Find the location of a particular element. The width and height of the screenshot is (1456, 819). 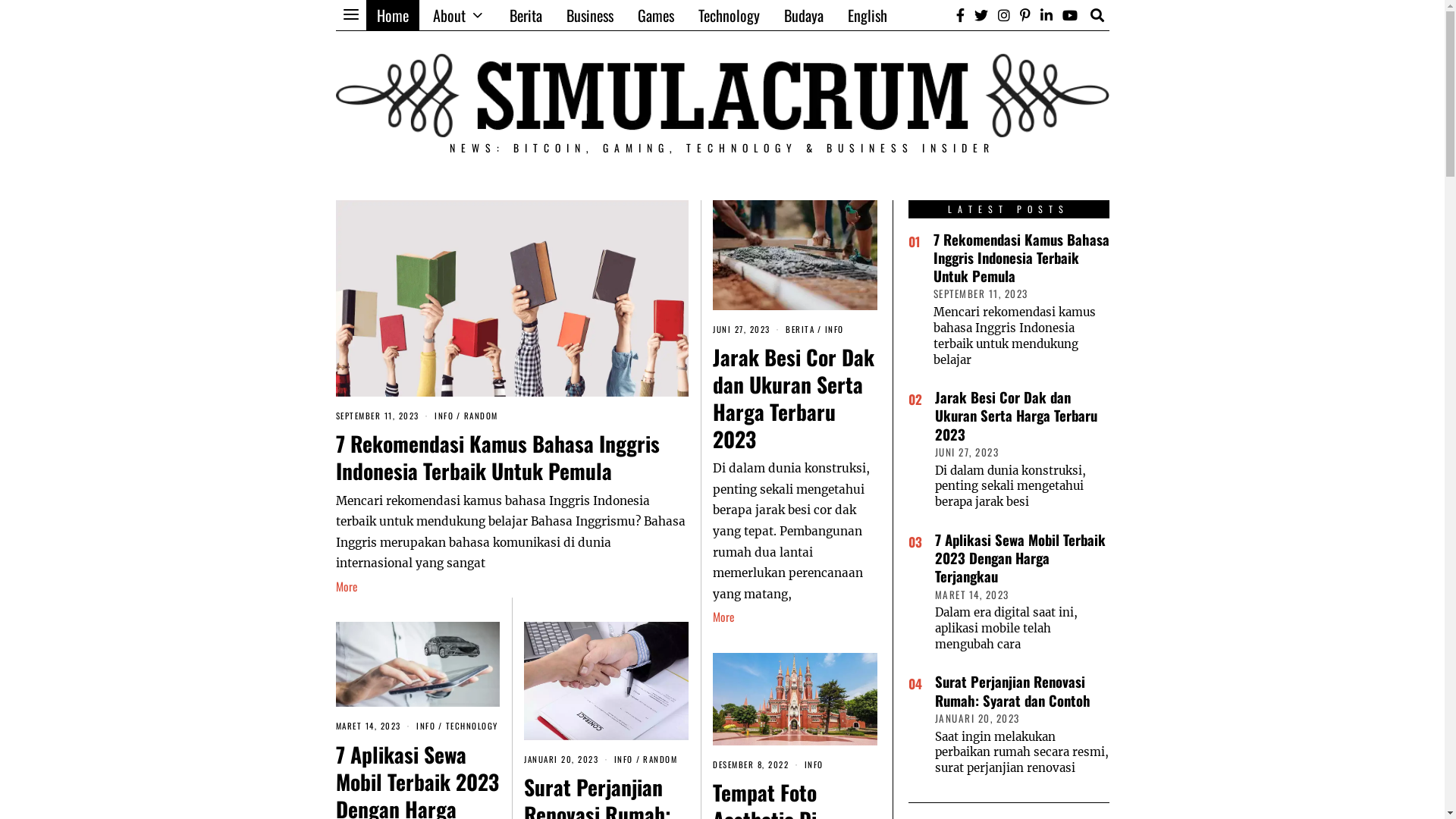

'TECHNOLOGY' is located at coordinates (471, 724).